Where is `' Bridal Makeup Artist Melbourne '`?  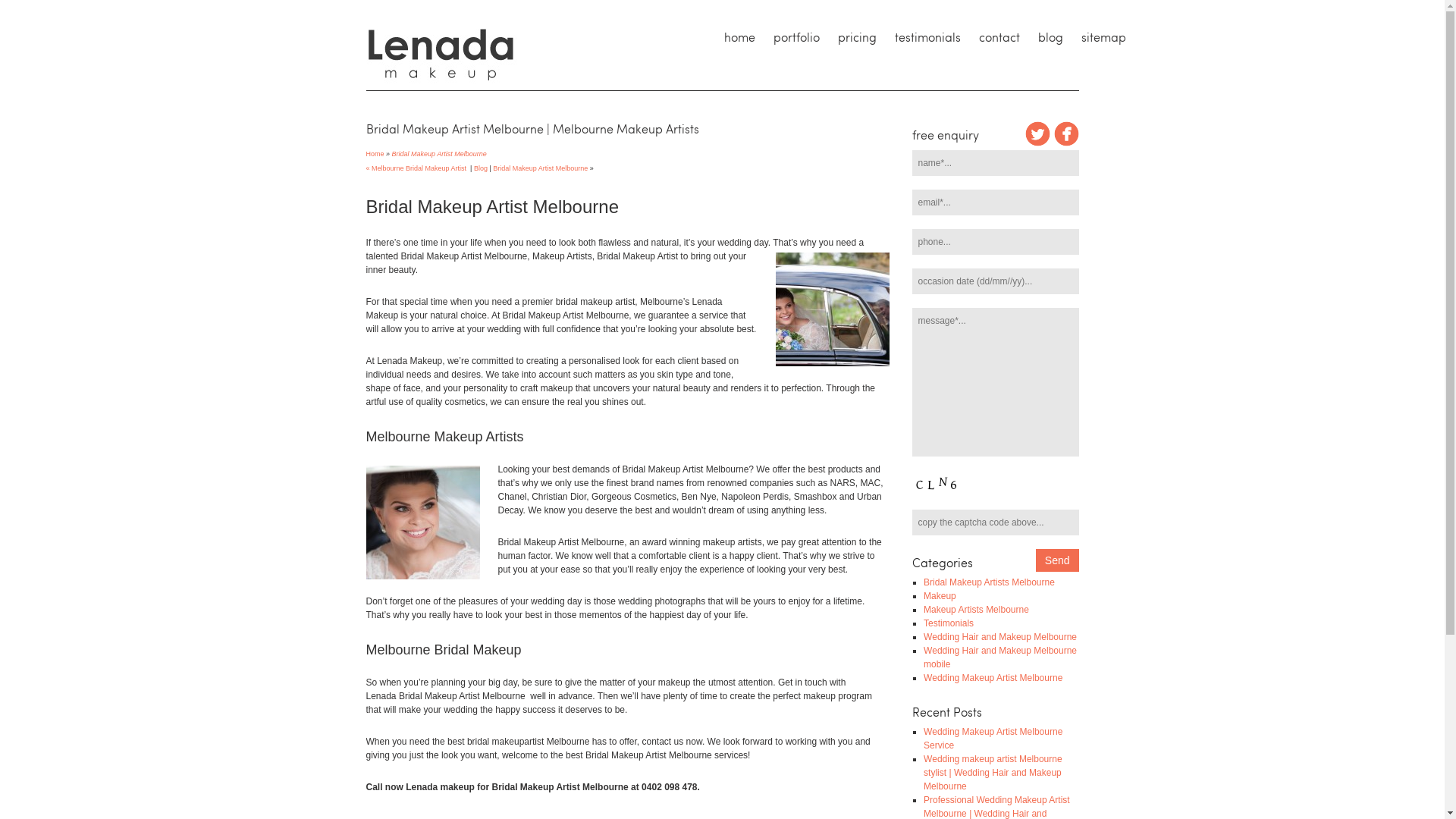 ' Bridal Makeup Artist Melbourne ' is located at coordinates (438, 154).